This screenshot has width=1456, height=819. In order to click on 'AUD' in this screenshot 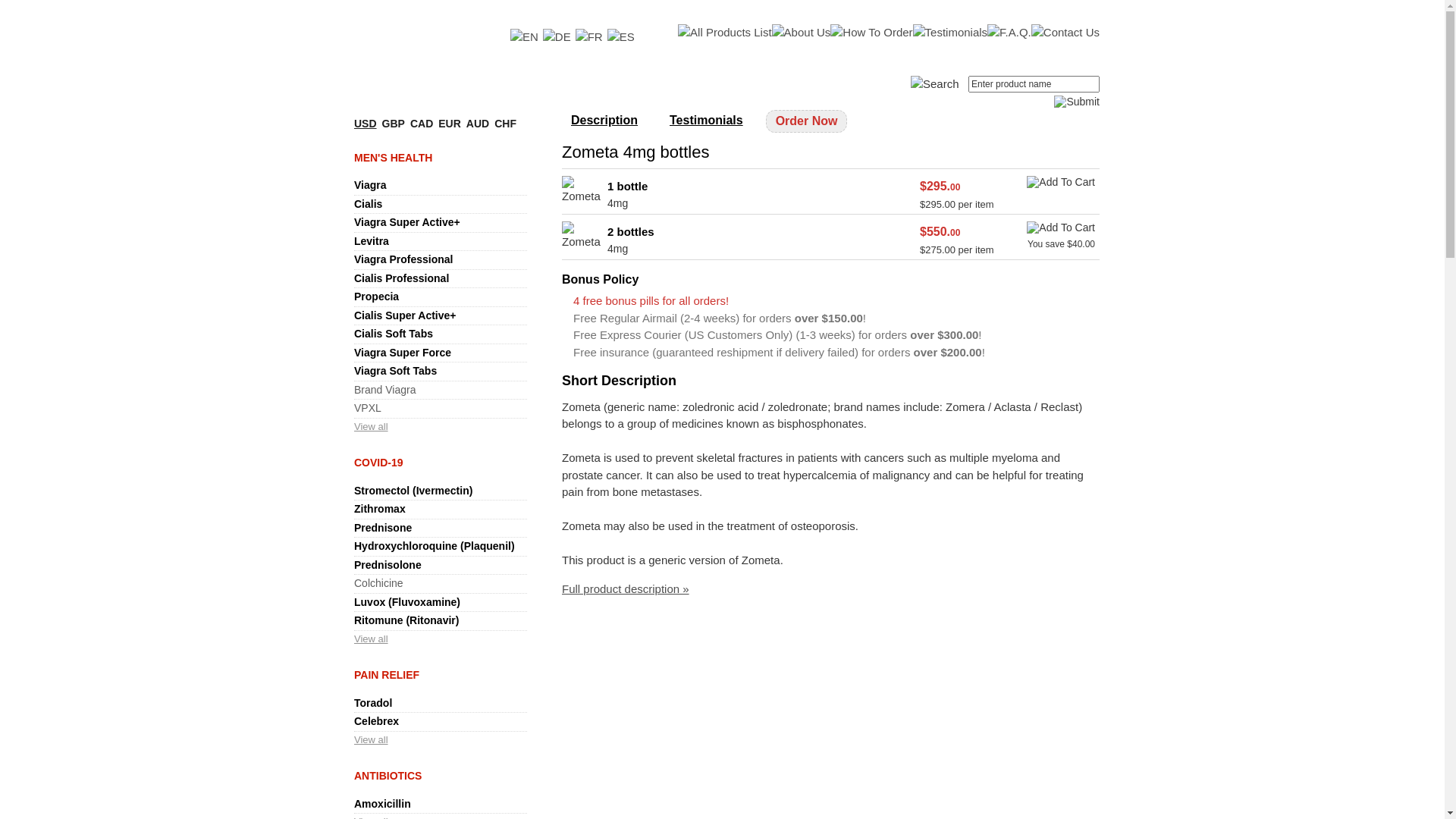, I will do `click(476, 122)`.